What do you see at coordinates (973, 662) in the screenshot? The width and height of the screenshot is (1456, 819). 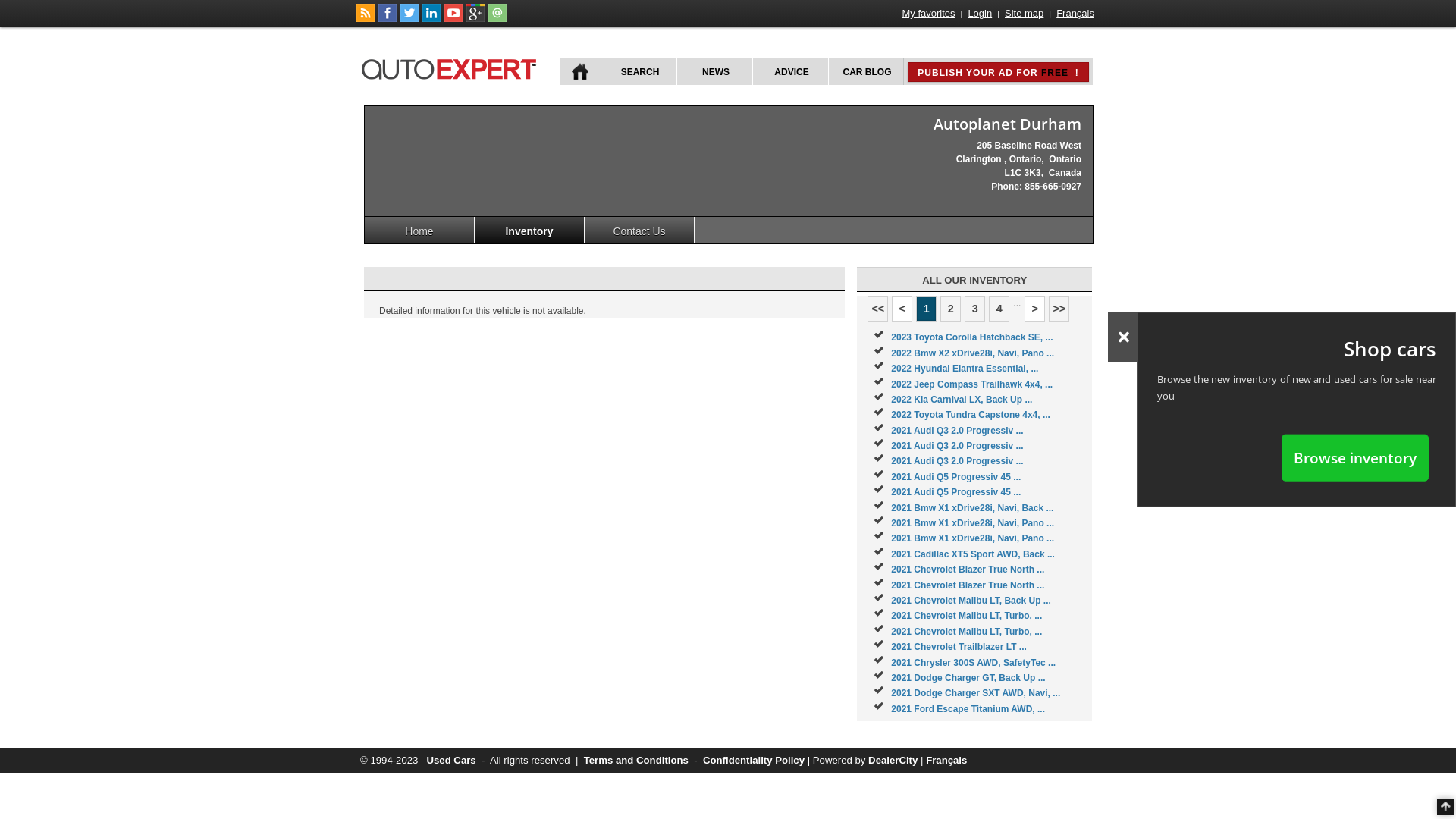 I see `'2021 Chrysler 300S AWD, SafetyTec ...'` at bounding box center [973, 662].